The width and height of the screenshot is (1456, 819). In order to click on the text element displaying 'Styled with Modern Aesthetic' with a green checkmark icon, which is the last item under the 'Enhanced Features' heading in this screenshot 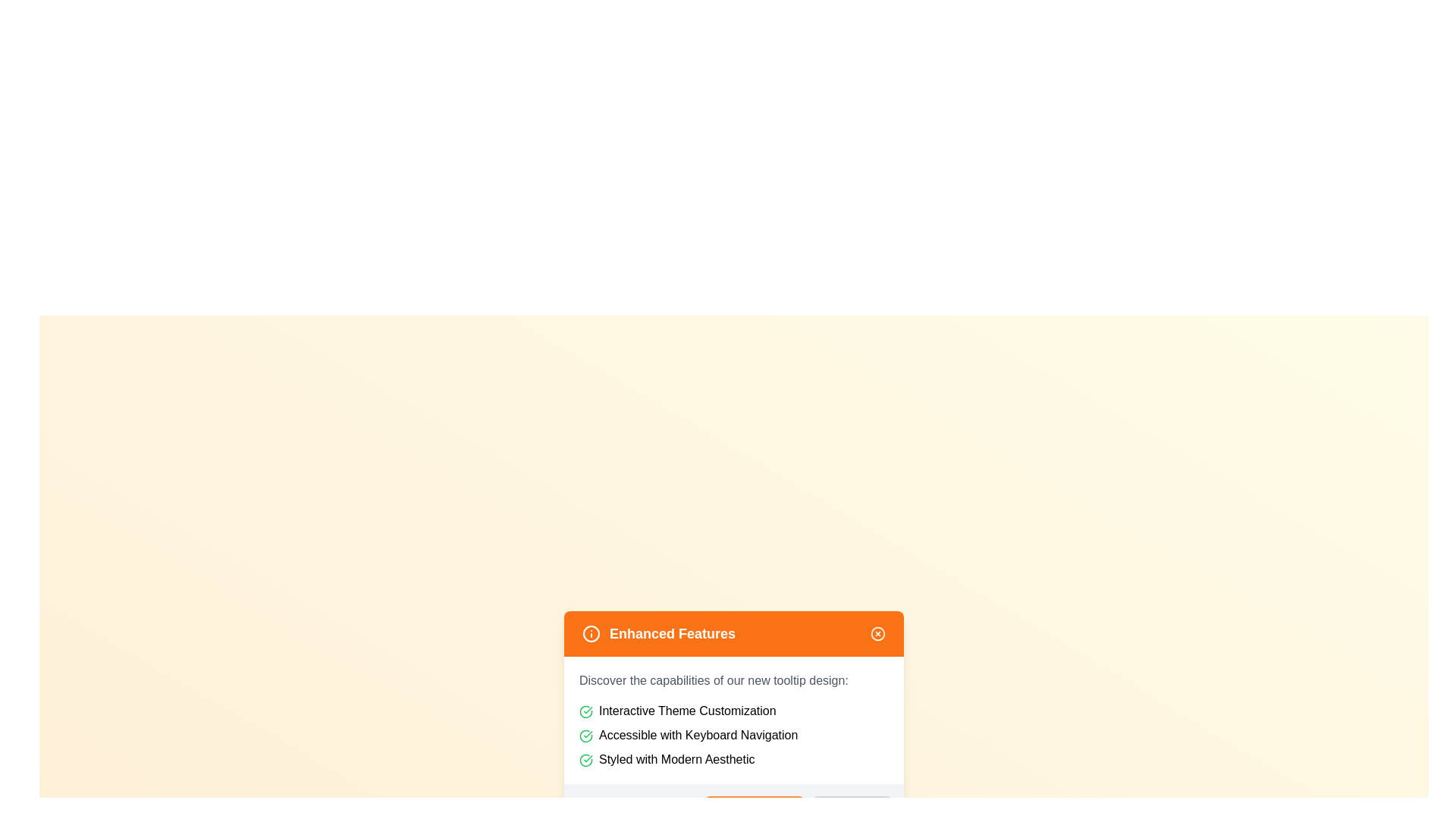, I will do `click(734, 760)`.